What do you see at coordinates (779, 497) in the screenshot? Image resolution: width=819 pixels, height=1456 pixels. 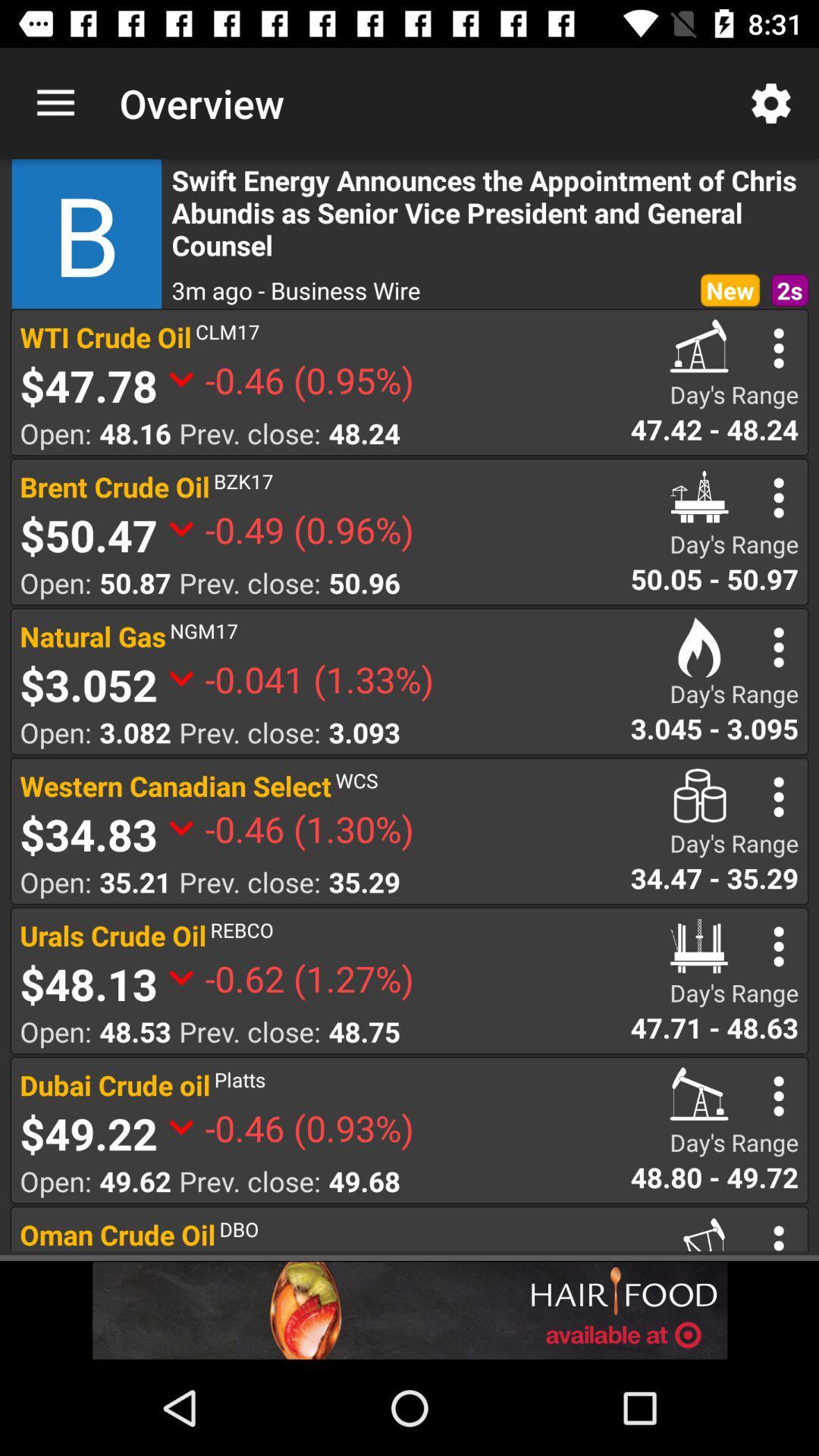 I see `opens a list of options for the stock` at bounding box center [779, 497].